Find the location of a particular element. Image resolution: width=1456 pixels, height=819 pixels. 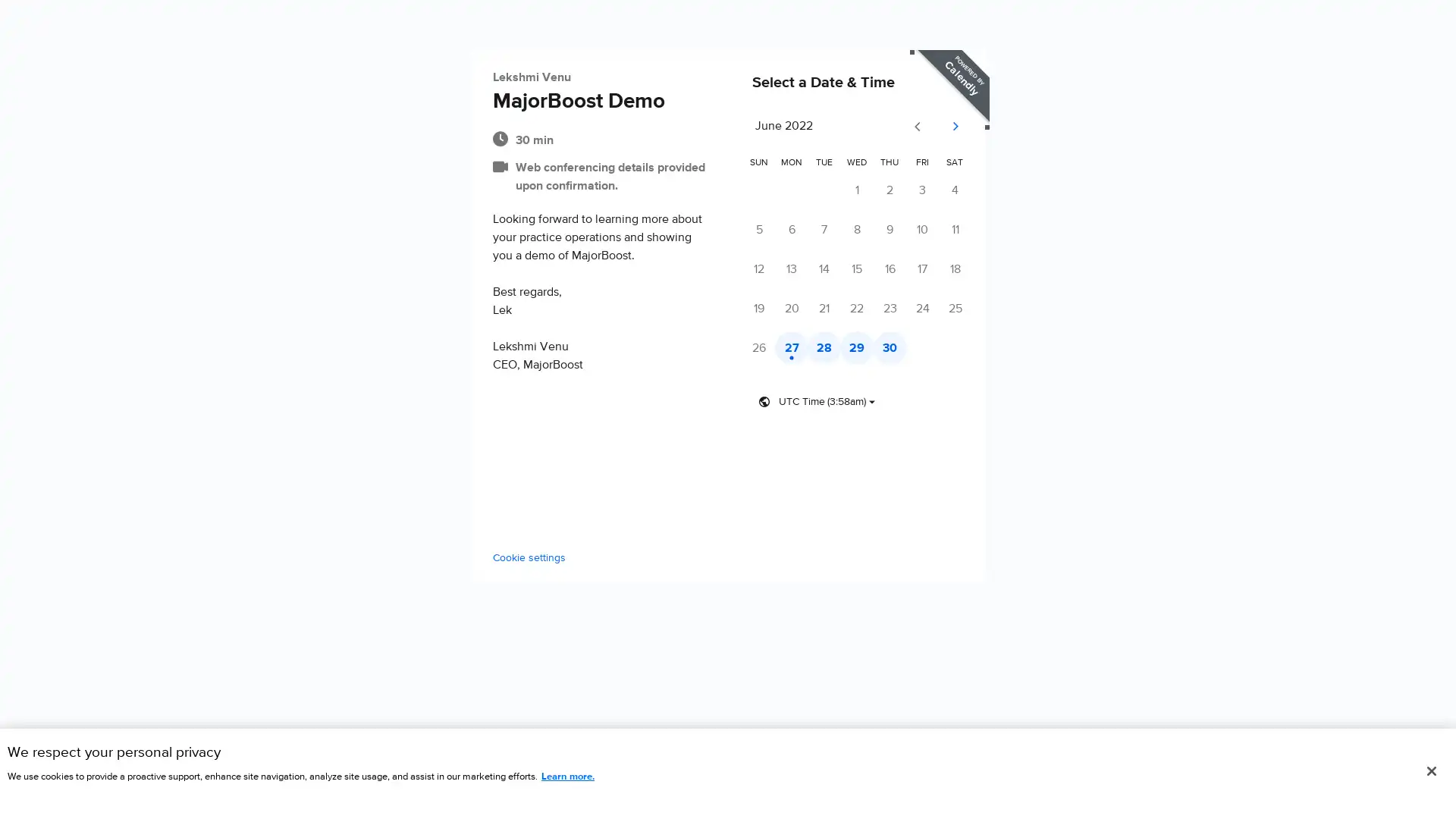

Cookie settings is located at coordinates (483, 557).